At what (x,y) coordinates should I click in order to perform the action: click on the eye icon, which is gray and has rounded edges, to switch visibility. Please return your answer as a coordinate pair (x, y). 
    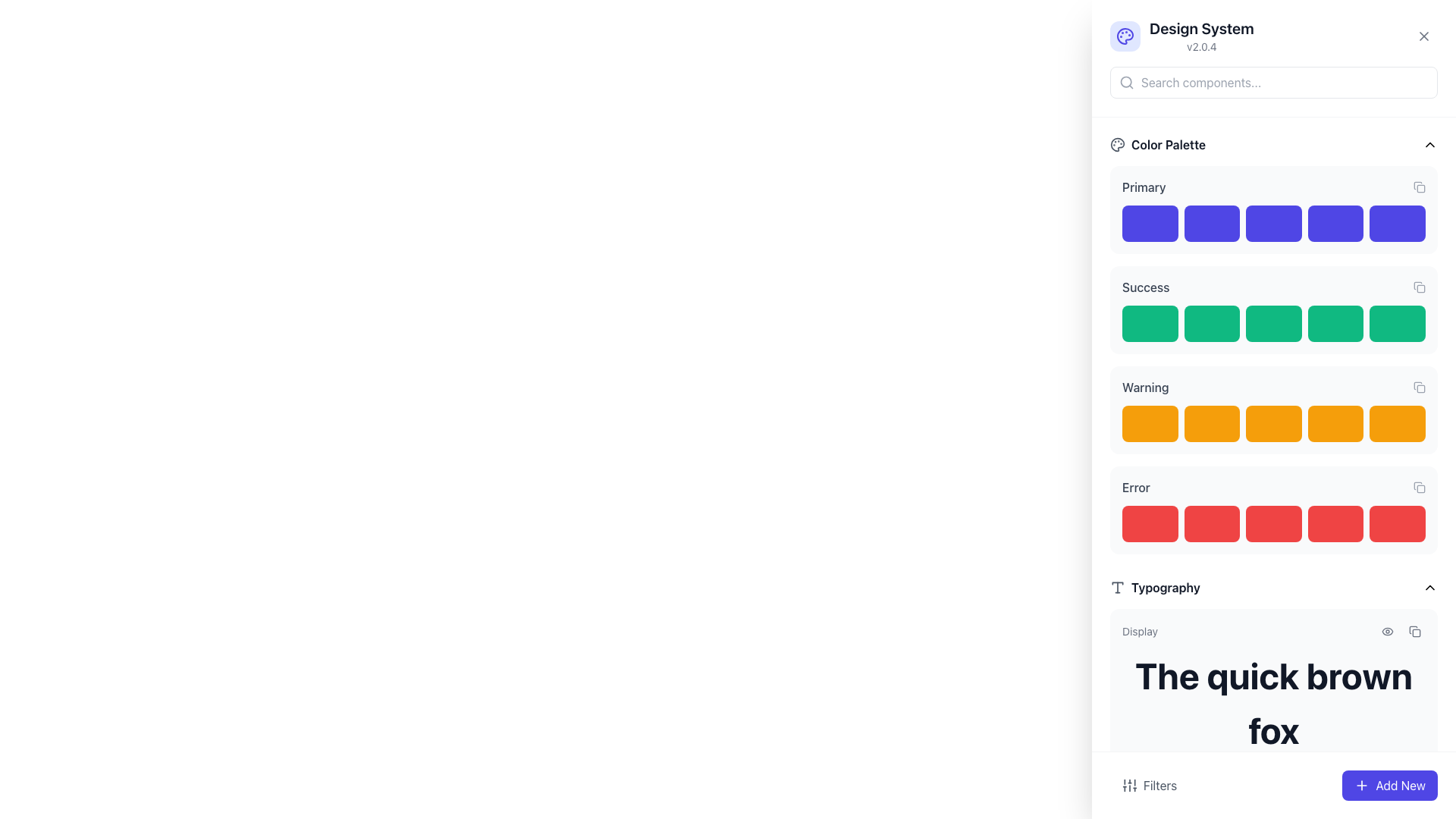
    Looking at the image, I should click on (1387, 632).